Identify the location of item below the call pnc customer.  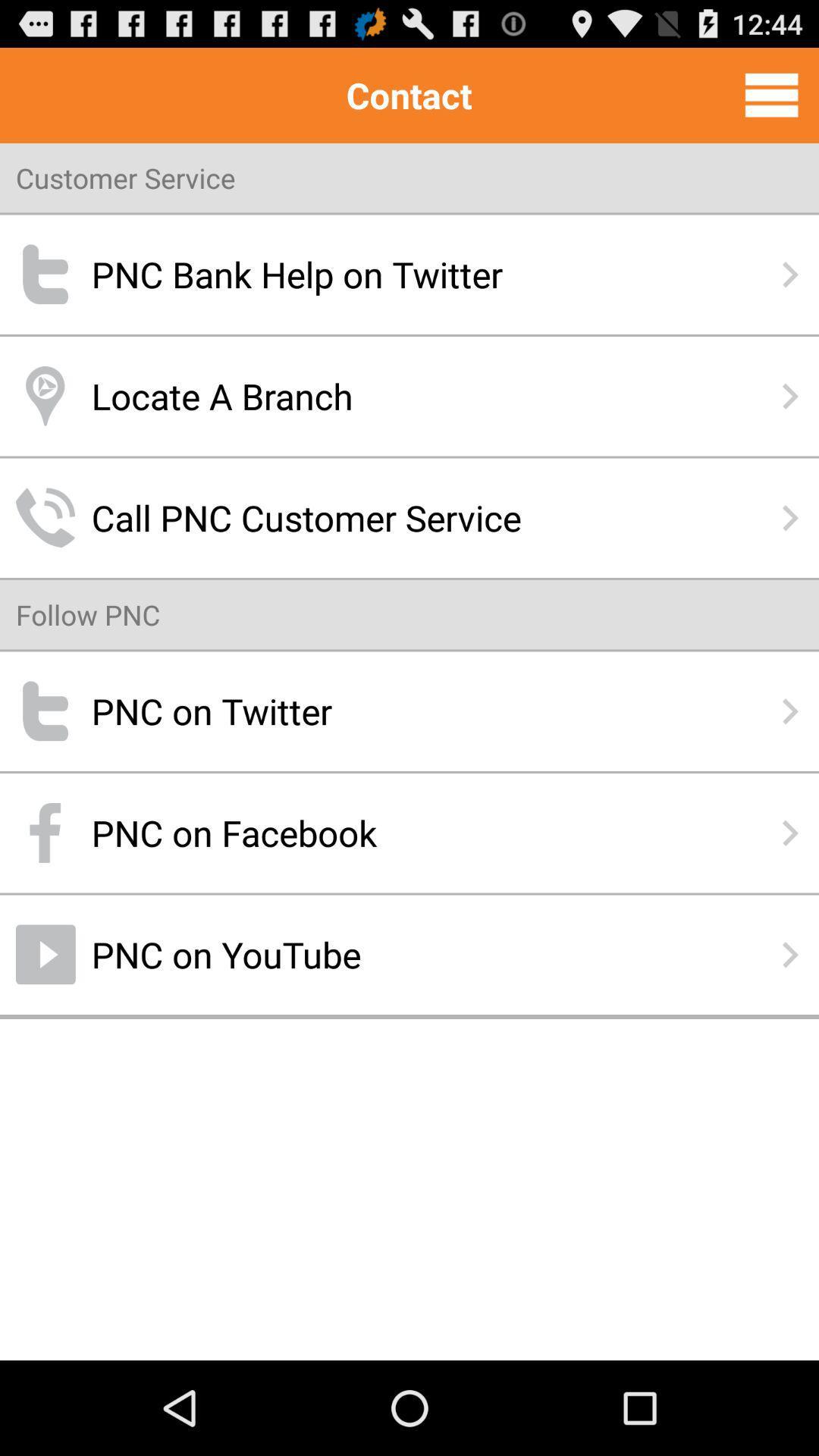
(88, 614).